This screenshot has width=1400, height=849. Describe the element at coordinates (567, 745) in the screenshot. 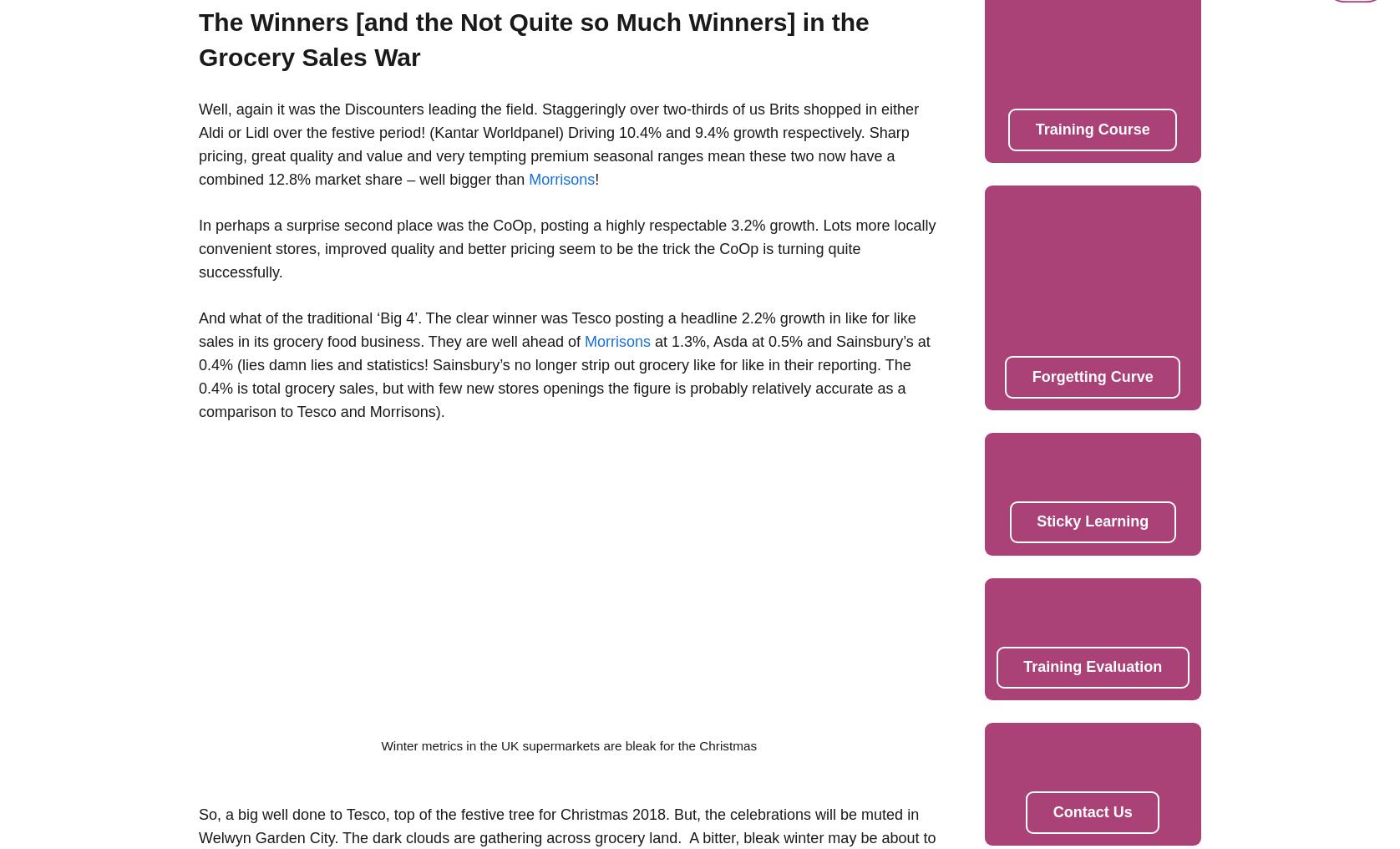

I see `'Winter metrics in the UK supermarkets are bleak for the Christmas'` at that location.